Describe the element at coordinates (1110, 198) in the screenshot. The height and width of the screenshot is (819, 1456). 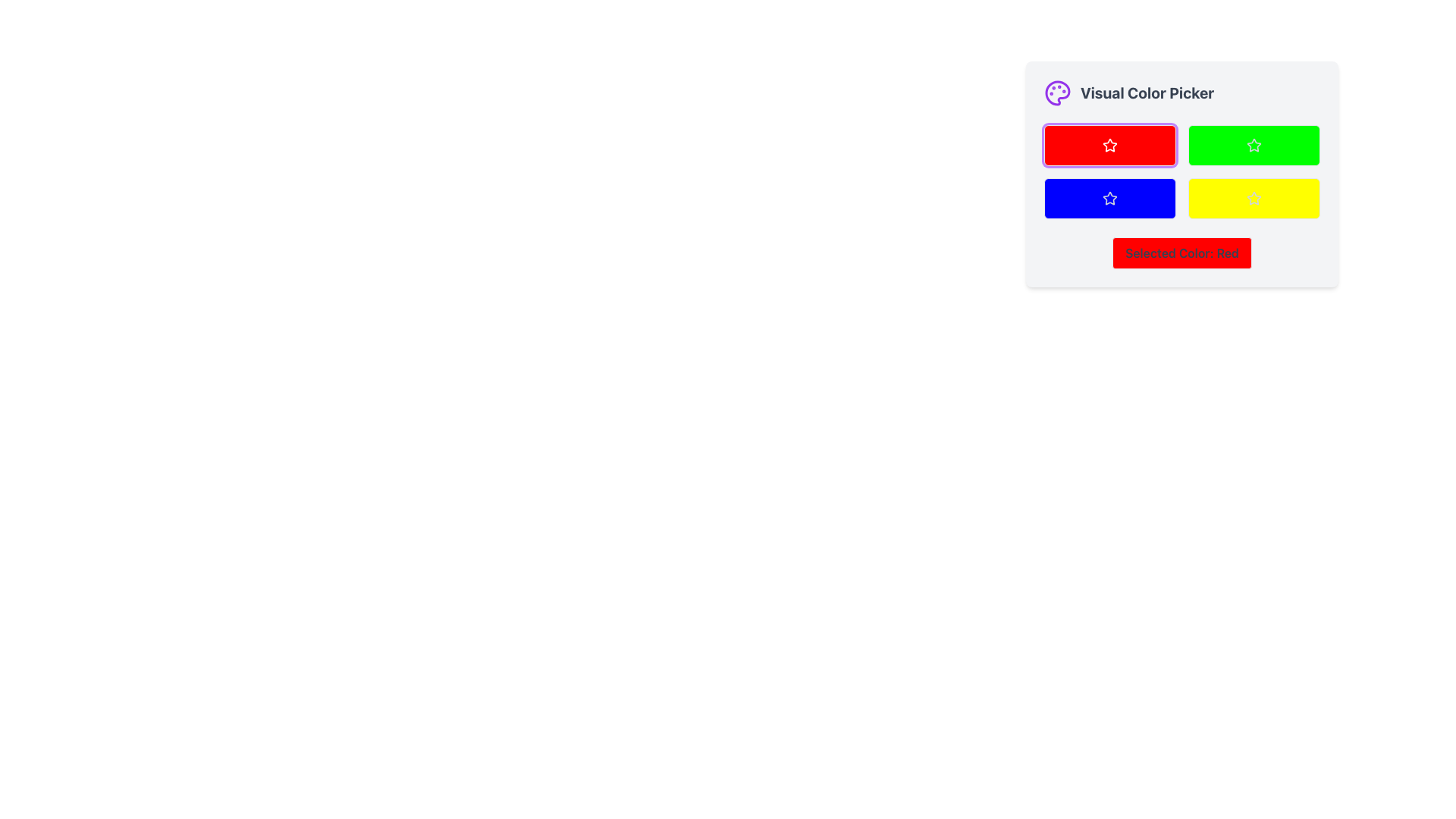
I see `the blue button-like interactive element with a star icon in the center, located in the second row, first column of the color picker grid for keyboard interaction` at that location.